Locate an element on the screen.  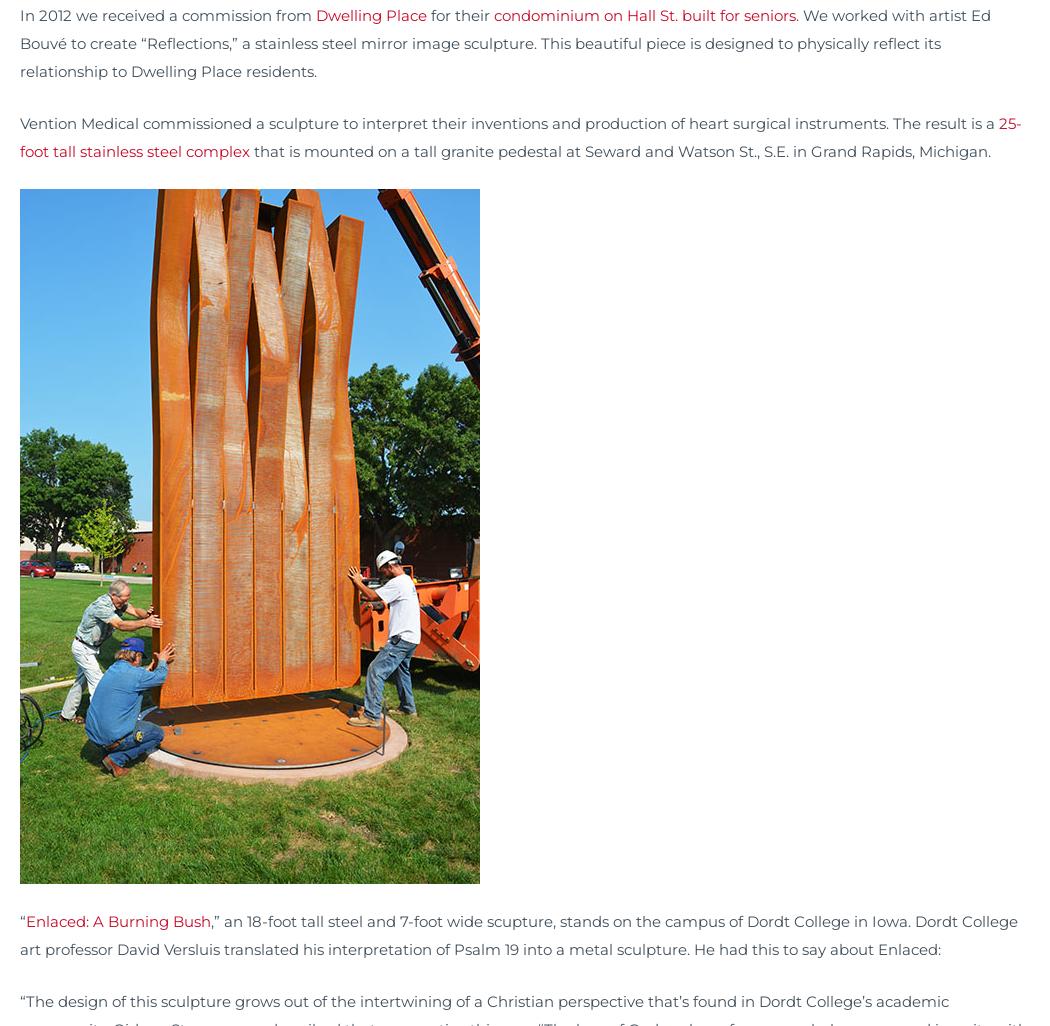
'Dwelling Place' is located at coordinates (316, 15).